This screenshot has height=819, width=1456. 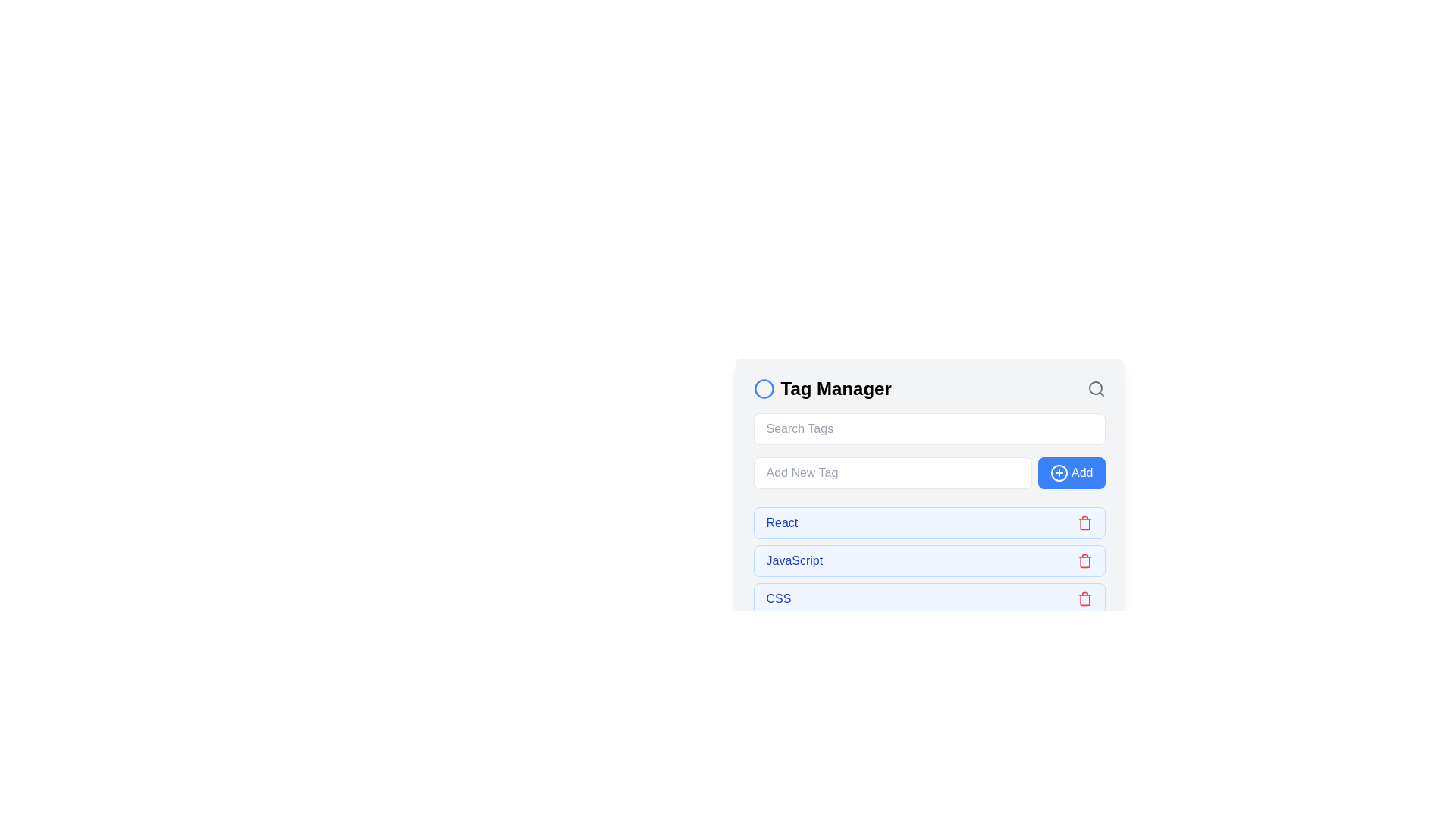 I want to click on the 'CSS' tag in the Tag Manager interface, which is the third tag in the vertical list of tags with a light blue background and a delete icon, so click(x=928, y=598).